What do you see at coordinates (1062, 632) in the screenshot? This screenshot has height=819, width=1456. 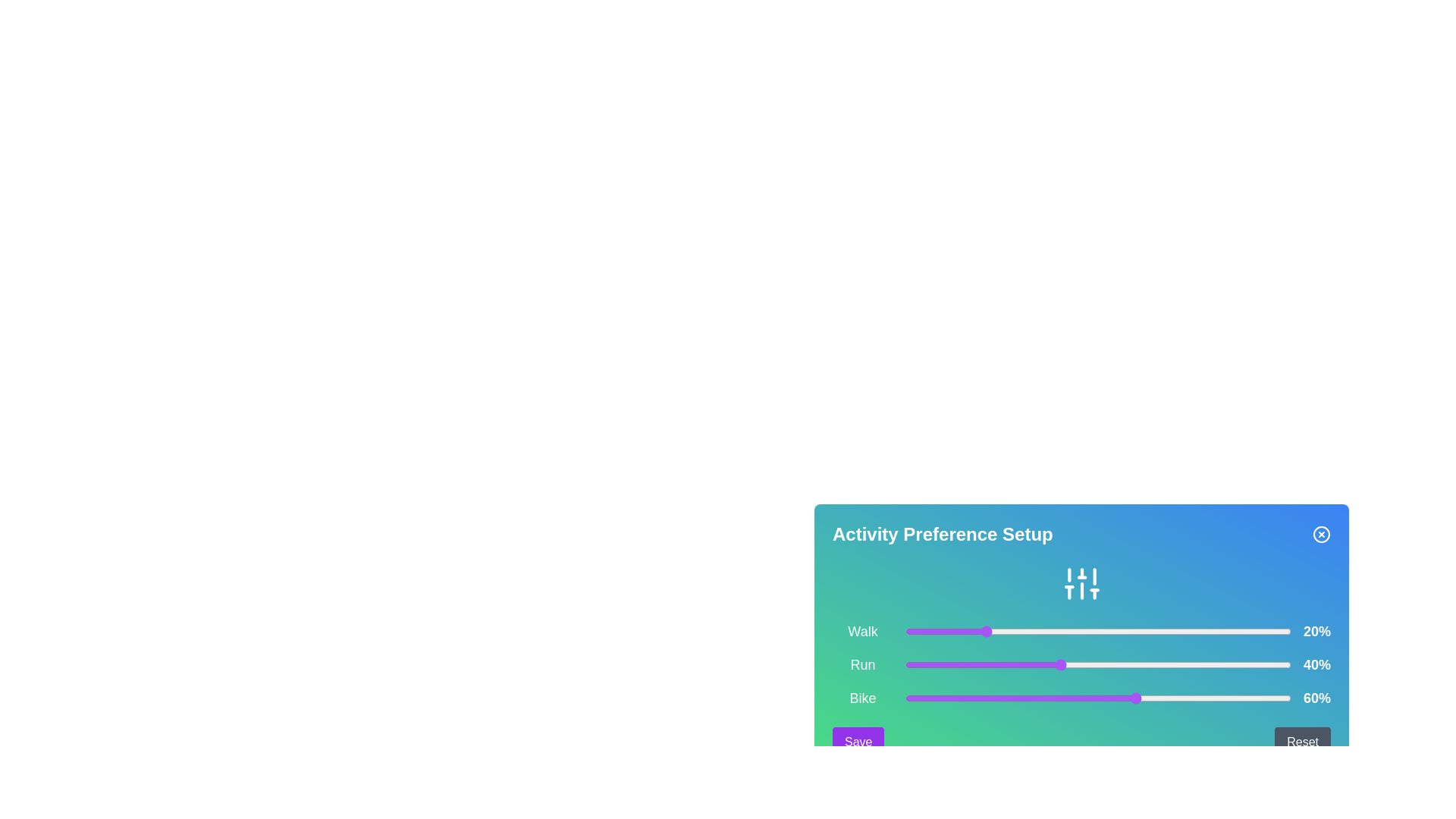 I see `the slider for 0 to 41%` at bounding box center [1062, 632].